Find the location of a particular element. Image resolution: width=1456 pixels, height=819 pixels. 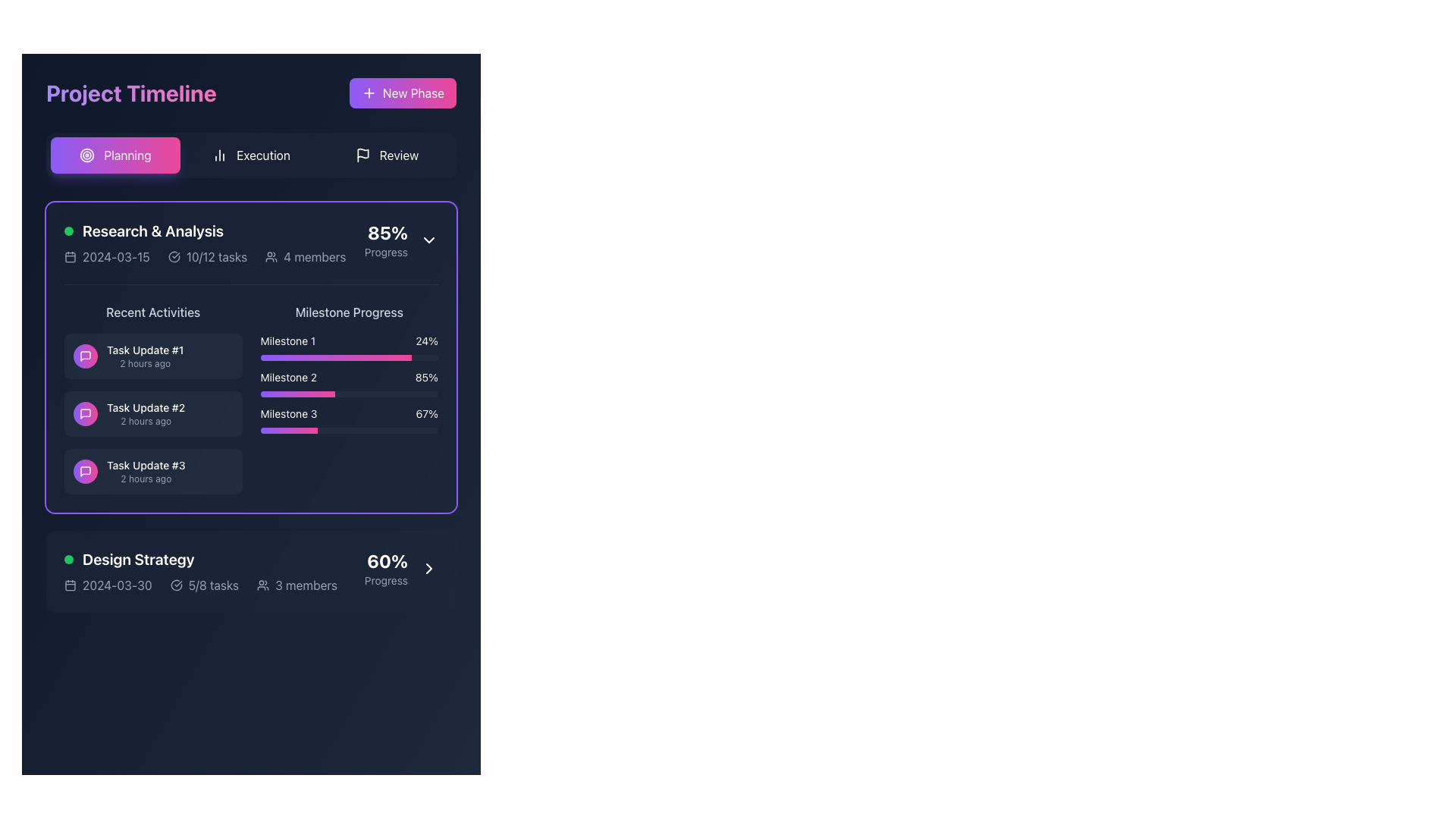

the 'Design Strategy' text label, which is styled in bold and large font is located at coordinates (138, 559).